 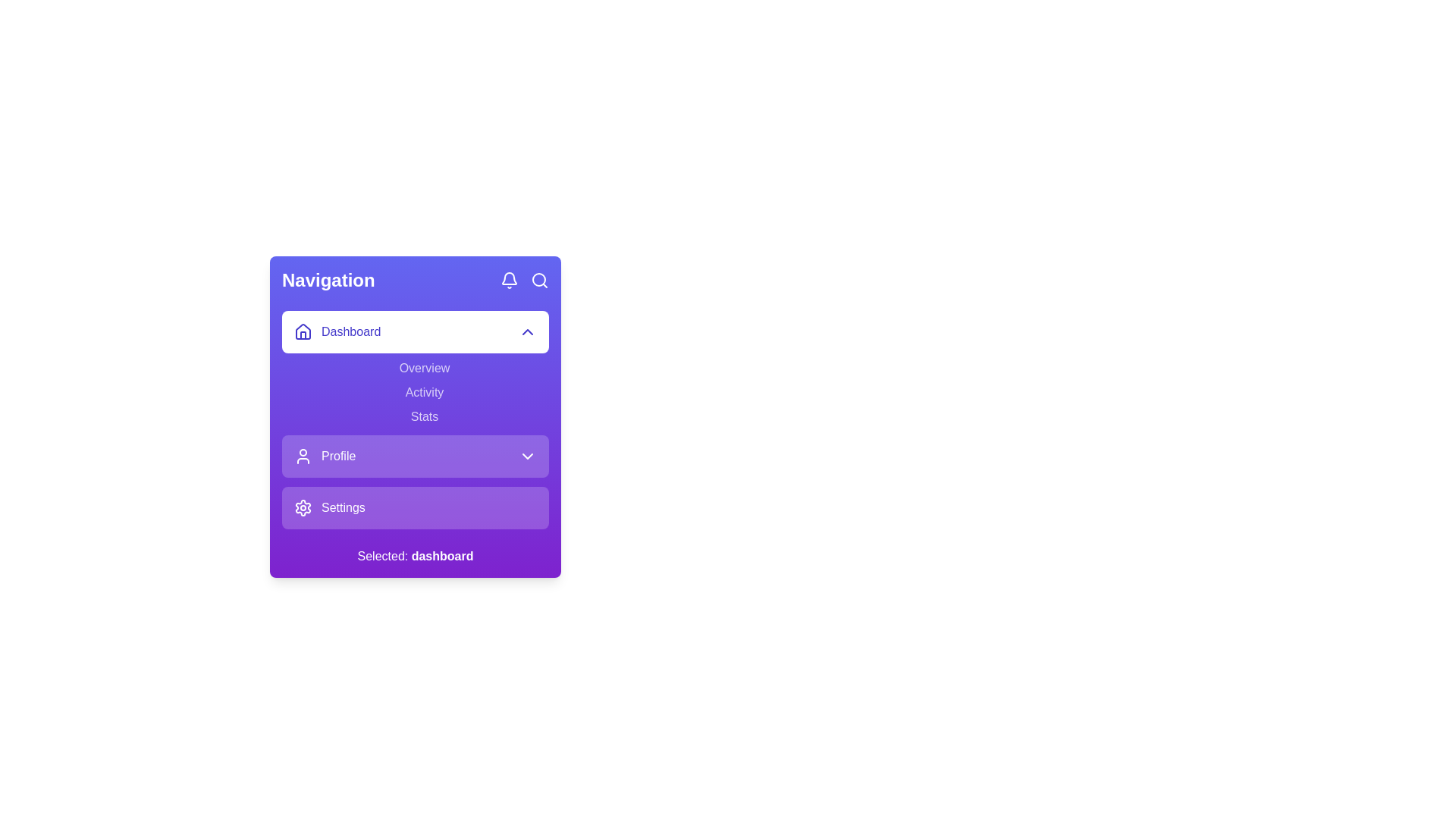 What do you see at coordinates (337, 455) in the screenshot?
I see `the profile menu option label located below the 'Dashboard' section in the vertical navigation menu` at bounding box center [337, 455].